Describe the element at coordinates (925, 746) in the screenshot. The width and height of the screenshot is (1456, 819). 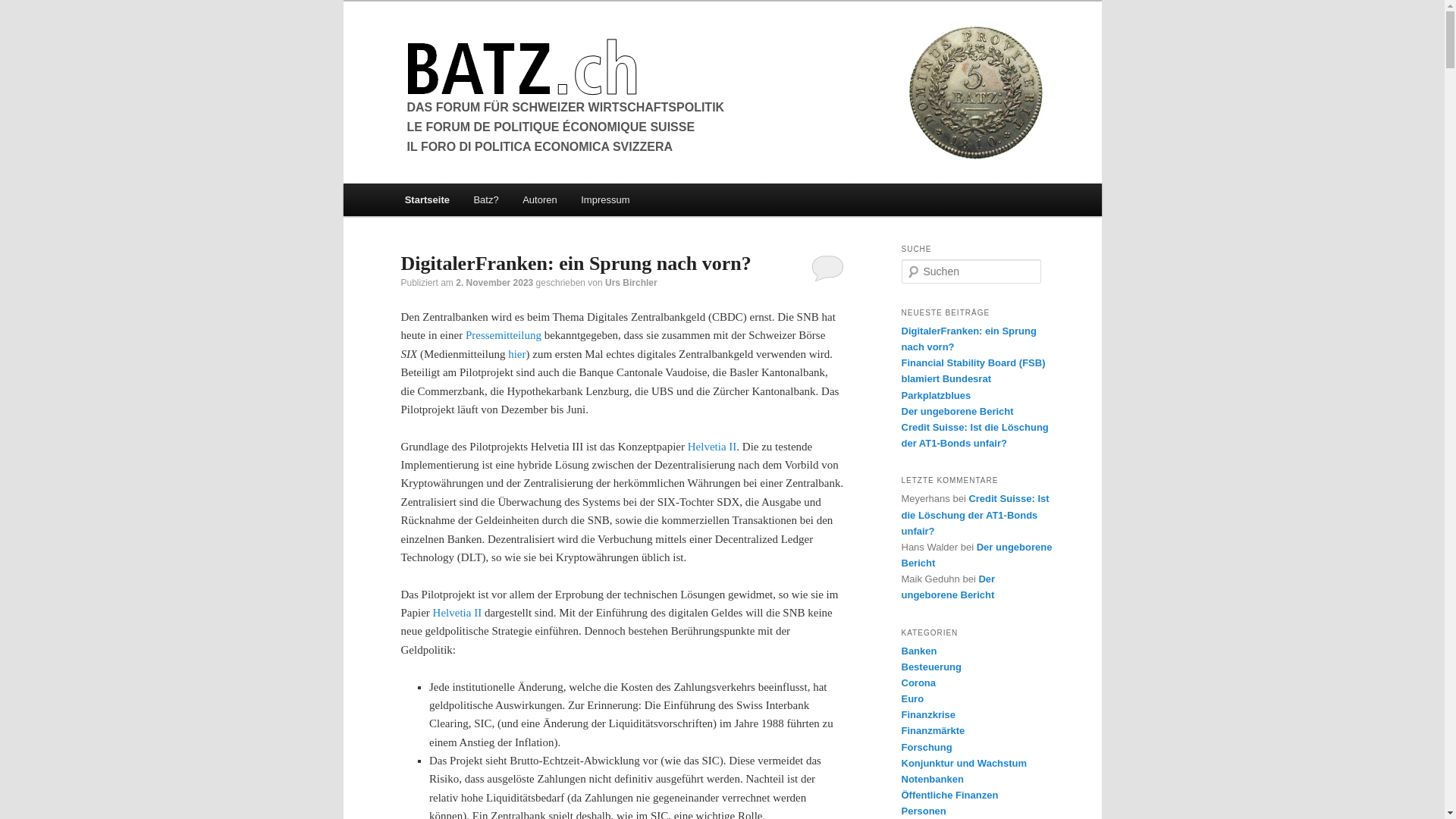
I see `'Forschung'` at that location.